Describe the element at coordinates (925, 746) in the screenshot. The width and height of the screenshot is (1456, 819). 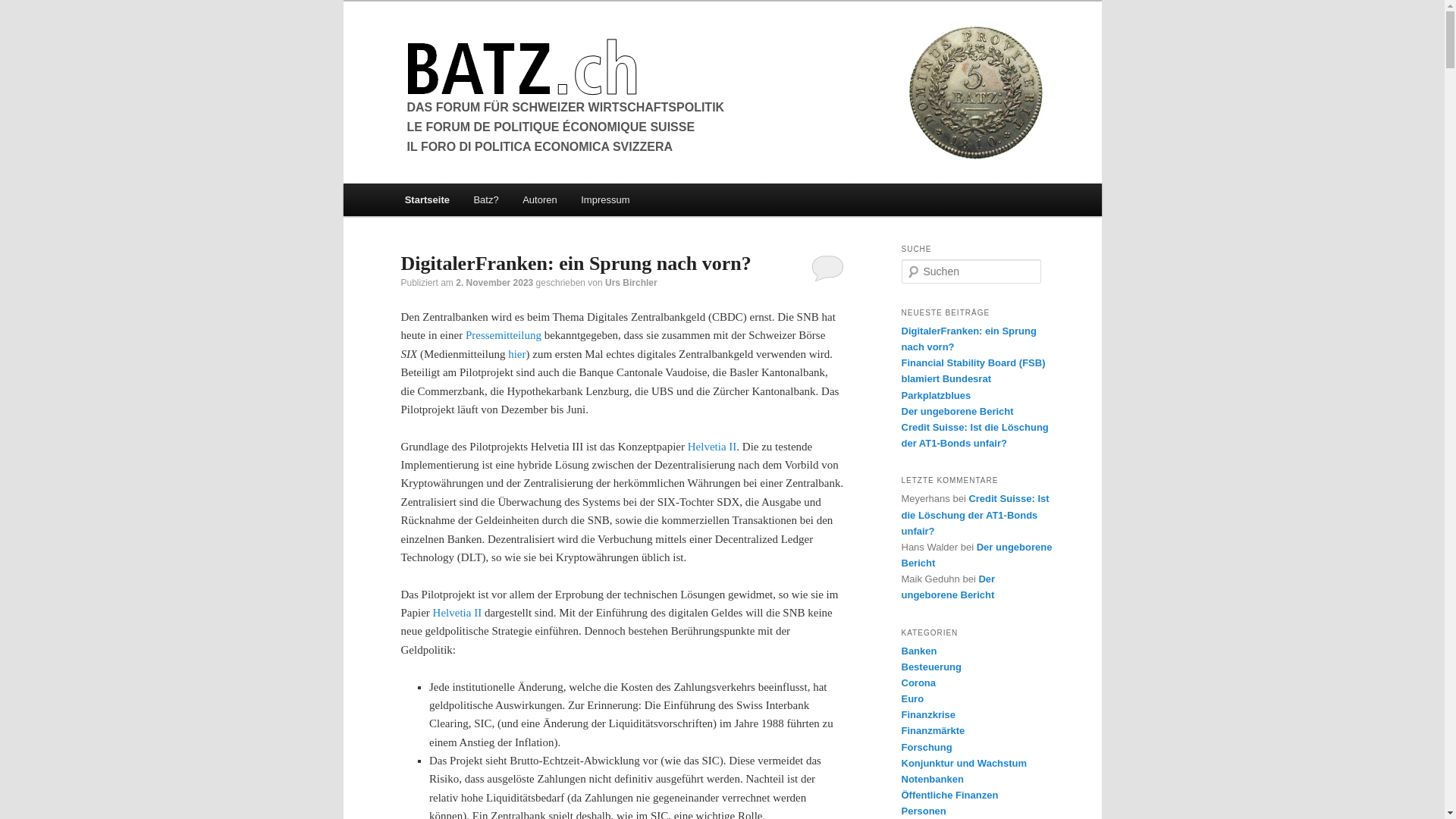
I see `'Forschung'` at that location.